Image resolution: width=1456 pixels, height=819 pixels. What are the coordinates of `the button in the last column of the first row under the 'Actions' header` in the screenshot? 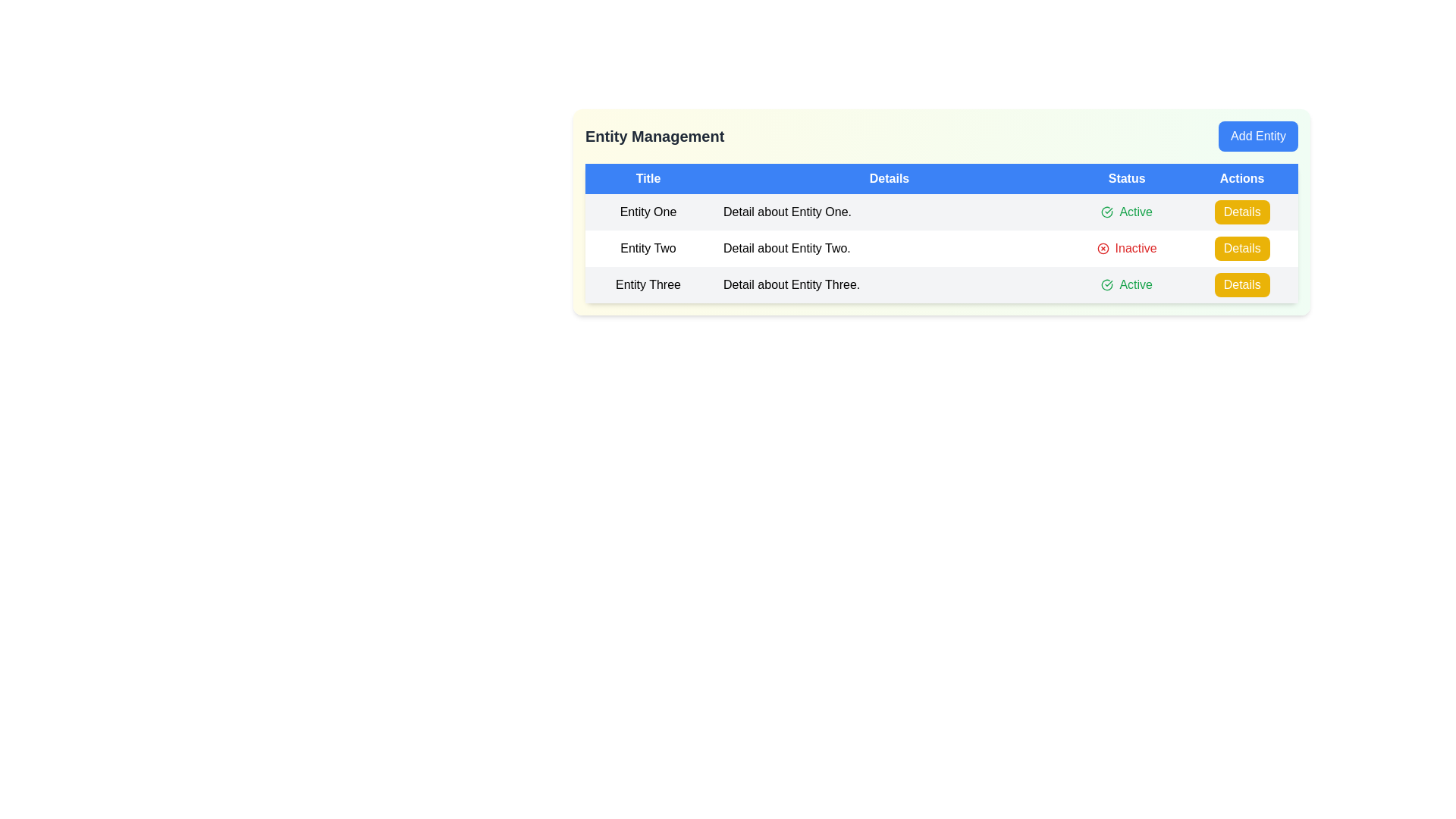 It's located at (1242, 212).